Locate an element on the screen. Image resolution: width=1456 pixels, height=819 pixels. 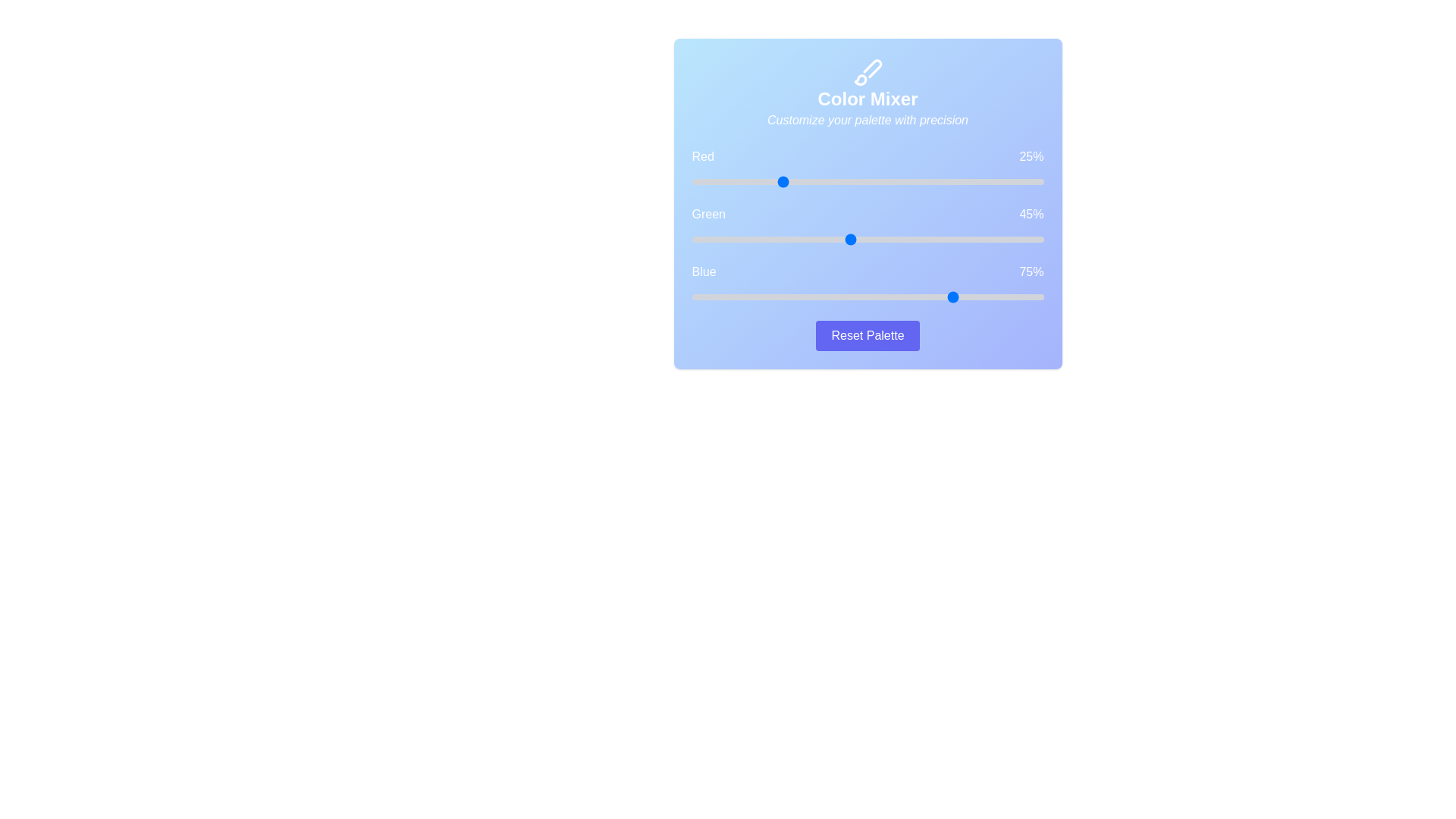
the 'Red' label to interact with it is located at coordinates (701, 157).